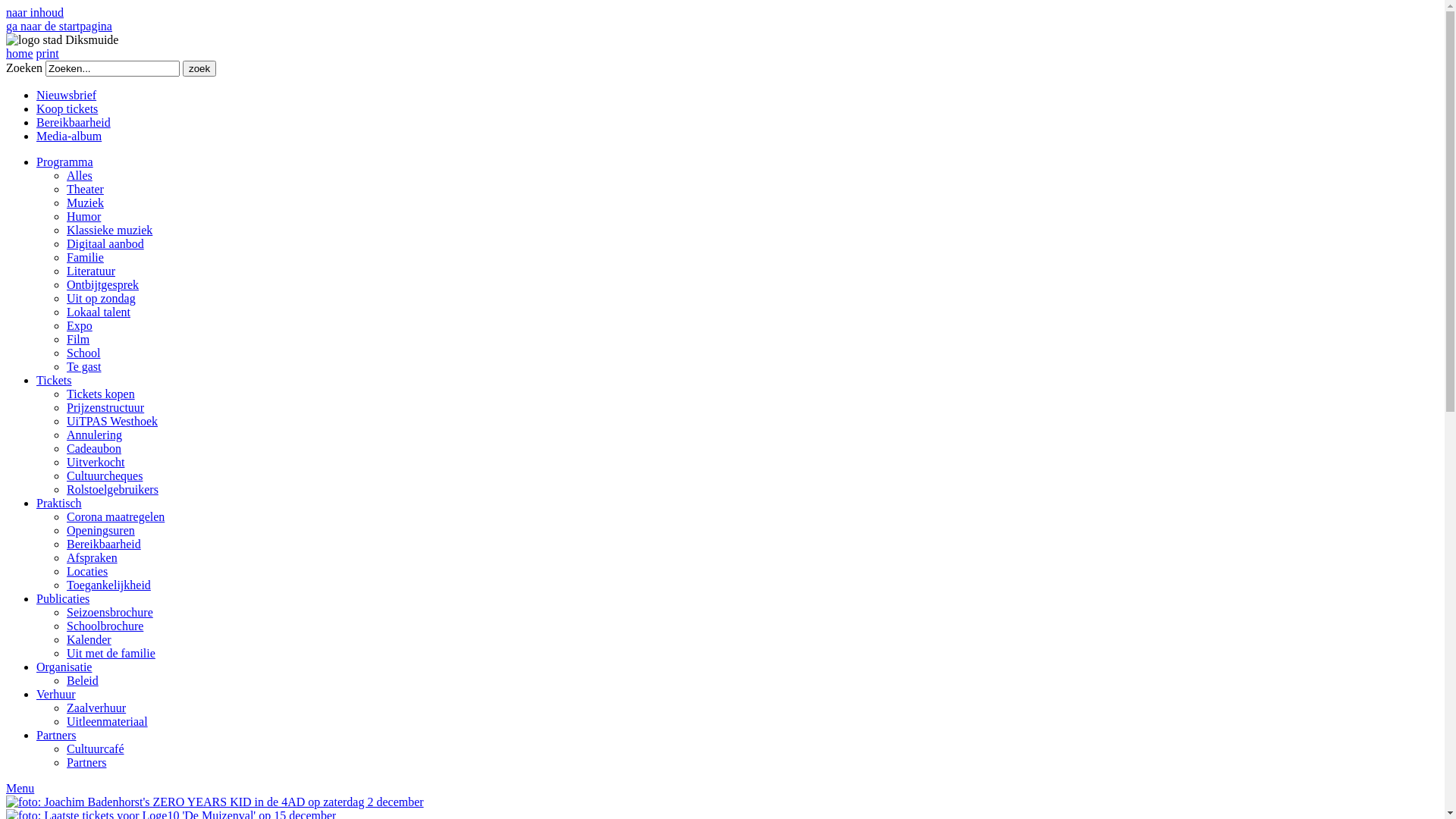  I want to click on 'Locaties', so click(65, 571).